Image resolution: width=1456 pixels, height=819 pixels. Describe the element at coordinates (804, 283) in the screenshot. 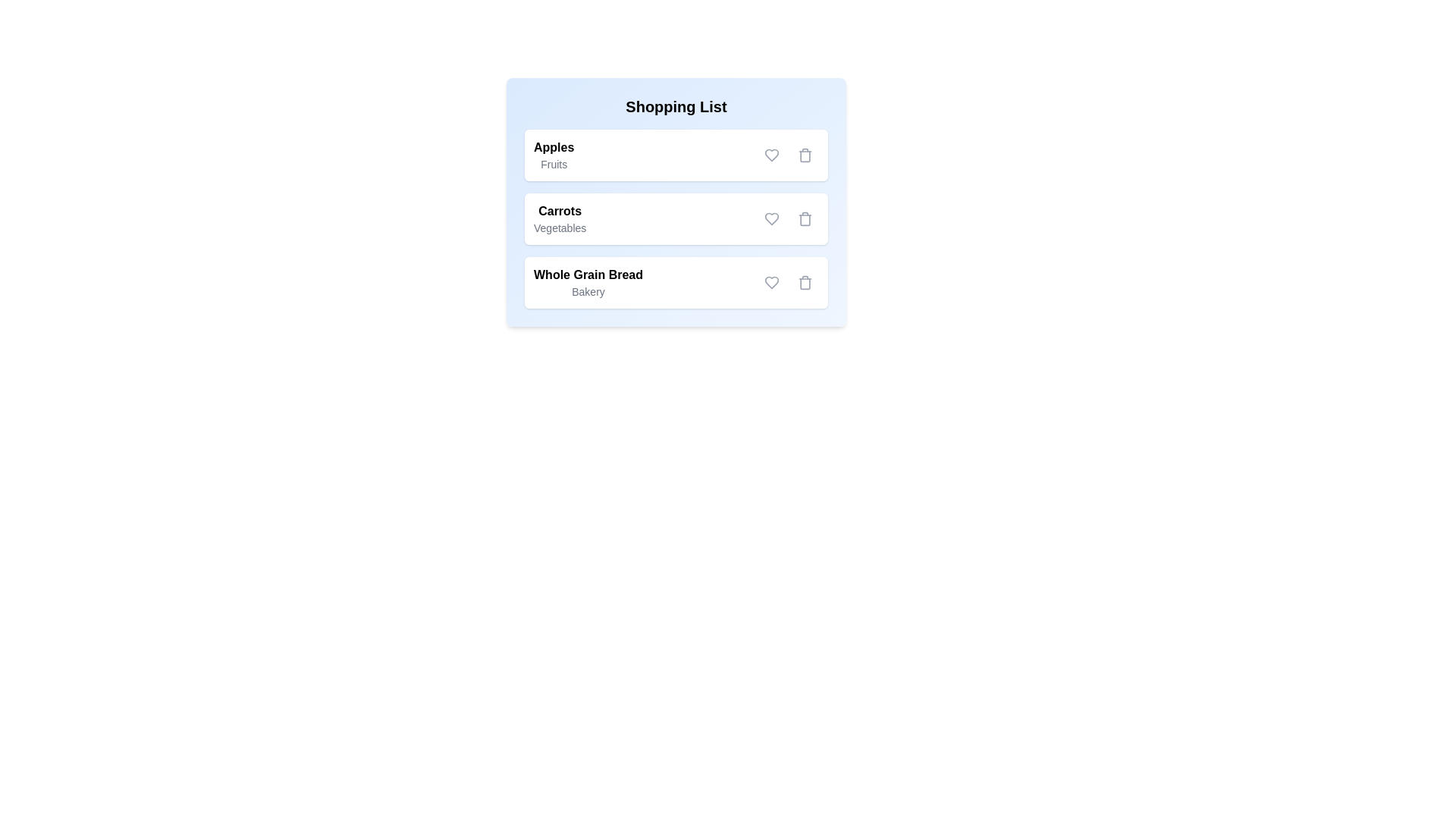

I see `delete button next to Whole Grain Bread to remove it from the list` at that location.